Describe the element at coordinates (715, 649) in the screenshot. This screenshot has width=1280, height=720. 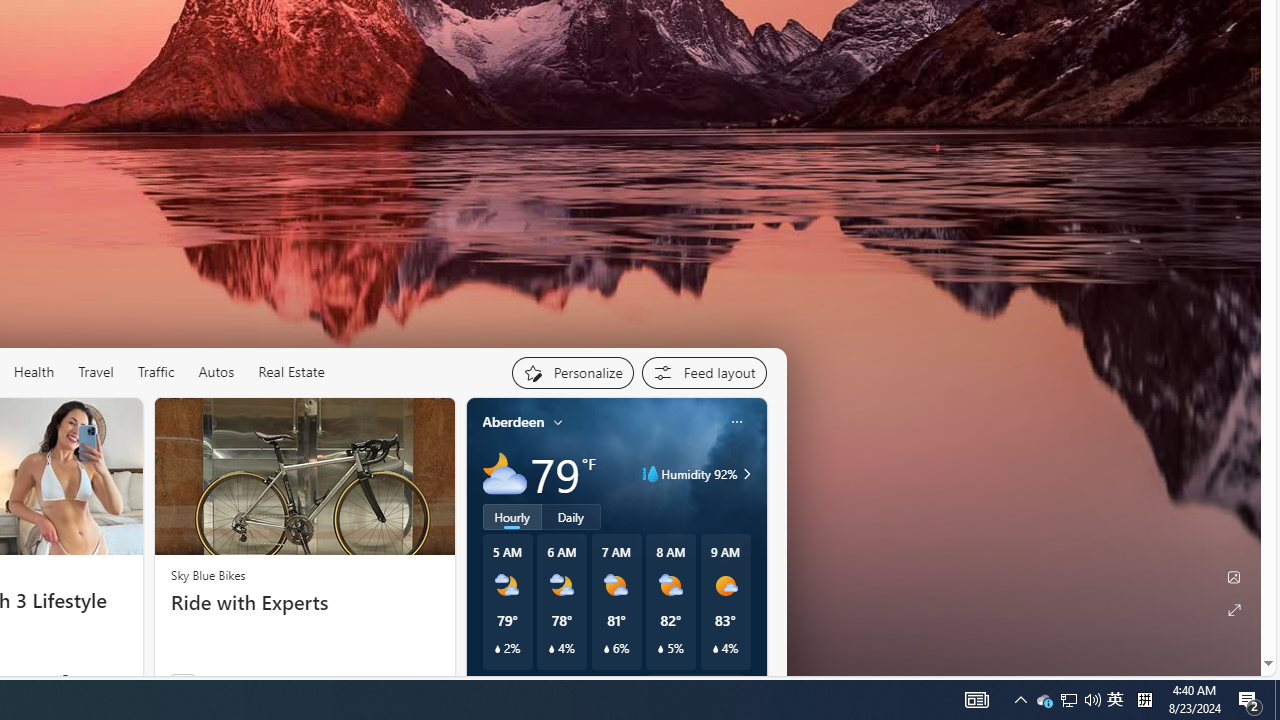
I see `'Class: weather-current-precipitation-glyph'` at that location.